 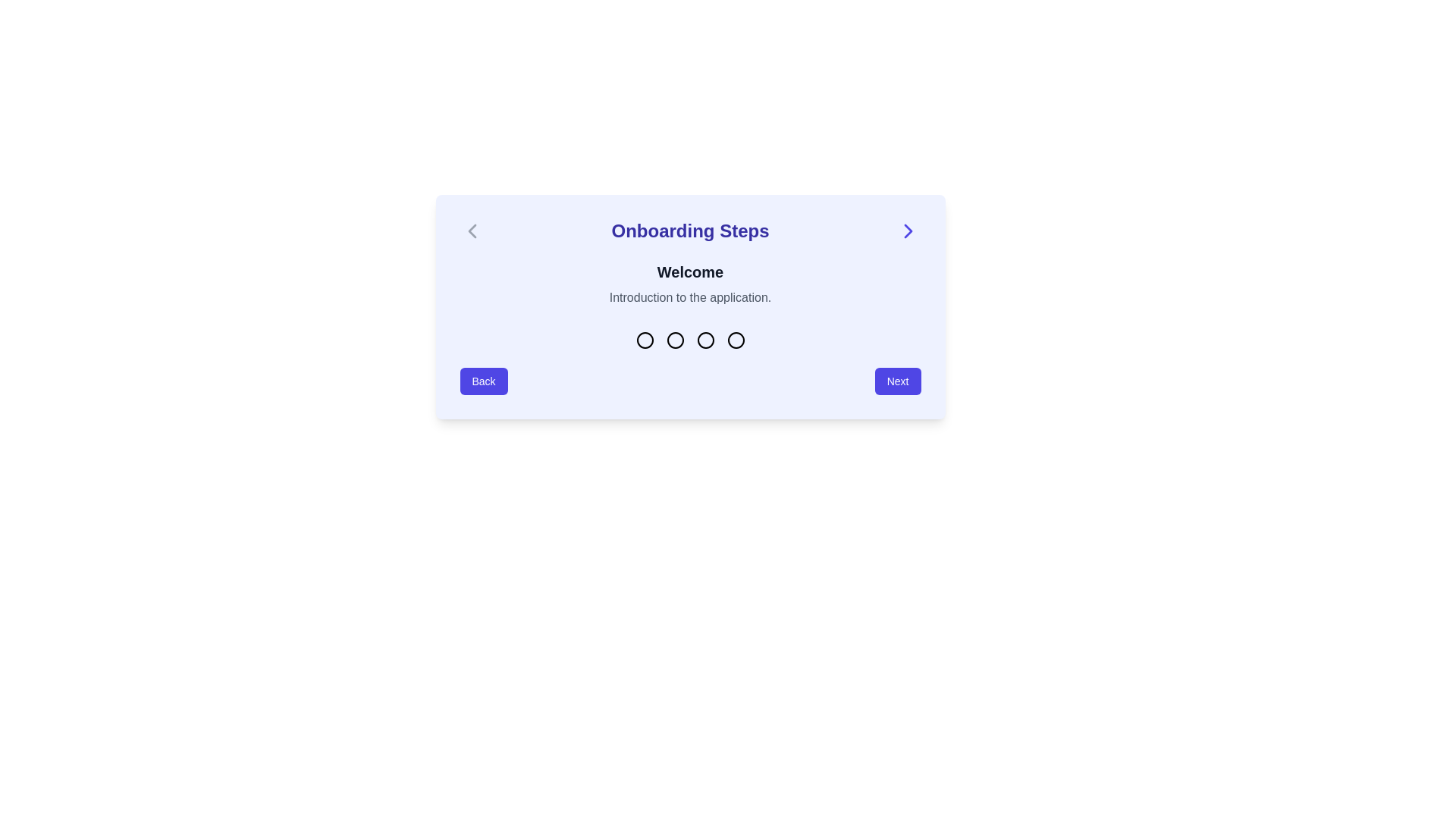 What do you see at coordinates (689, 339) in the screenshot?
I see `the step progression indicator located at the bottom-center of the 'Onboarding Steps' card` at bounding box center [689, 339].